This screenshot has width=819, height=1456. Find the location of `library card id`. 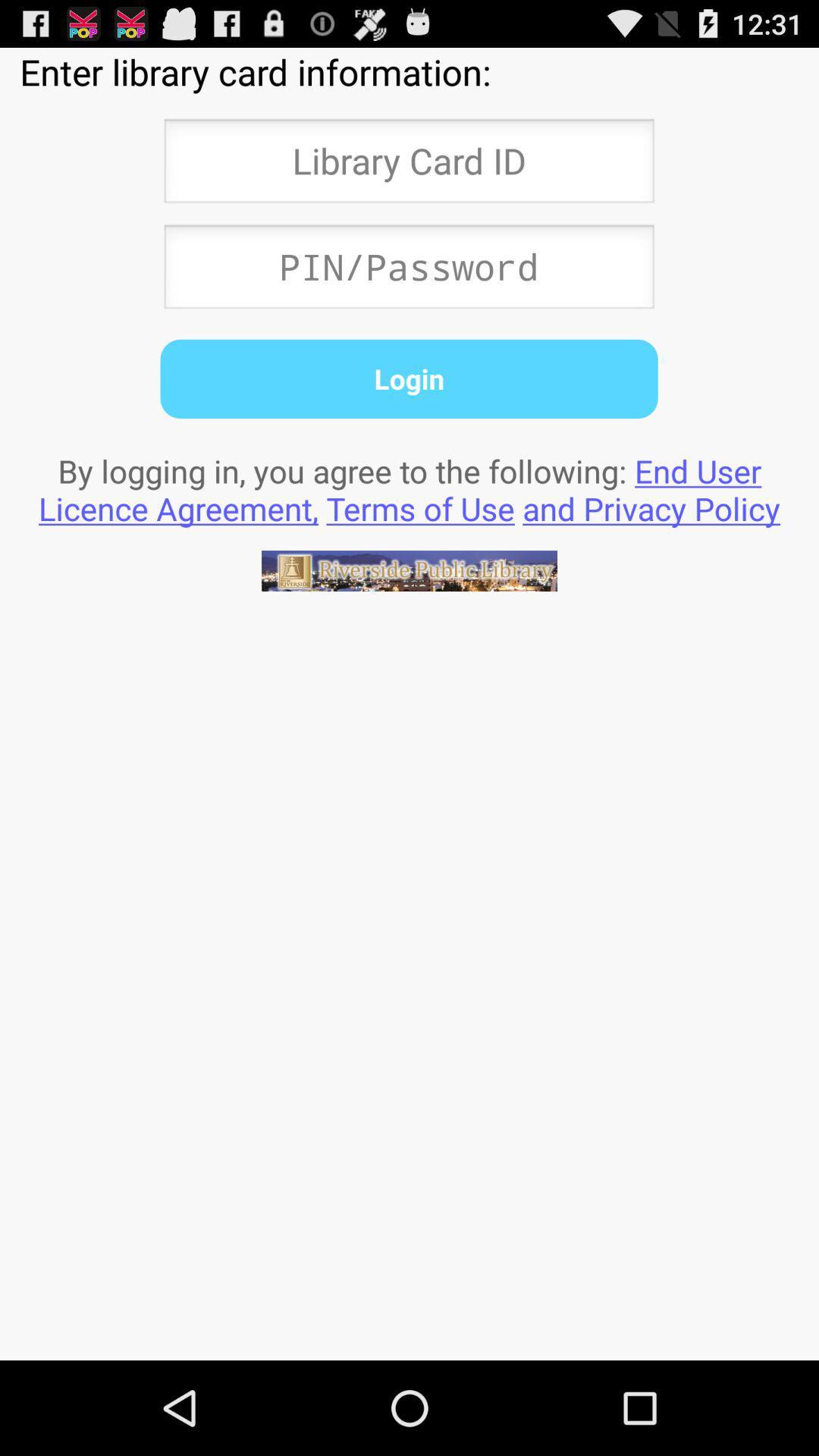

library card id is located at coordinates (408, 165).